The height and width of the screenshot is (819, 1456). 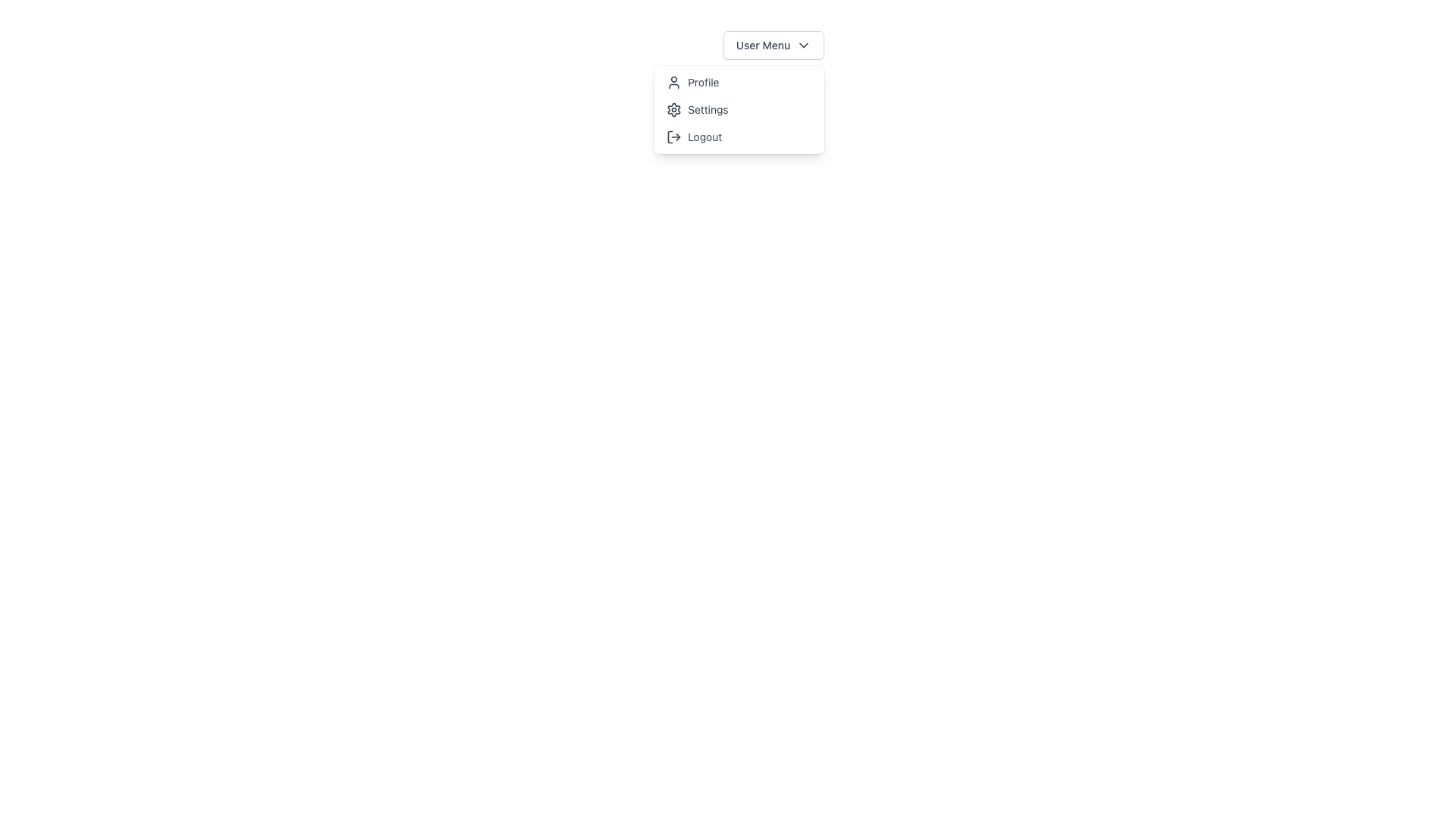 I want to click on the settings button in the user menu, which is the second item in the vertical list of options, to observe the hover effect, so click(x=739, y=109).